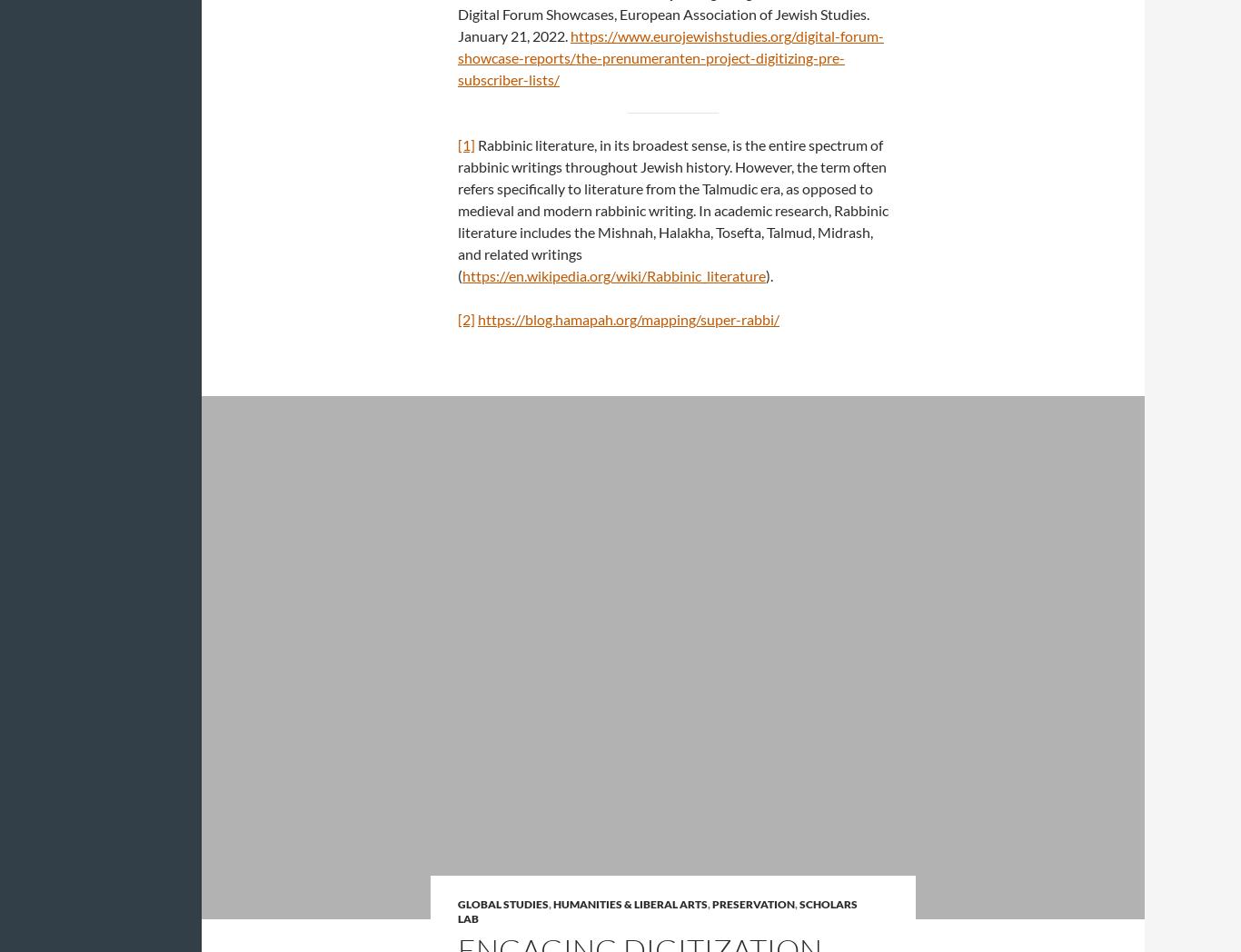 The image size is (1241, 952). Describe the element at coordinates (466, 144) in the screenshot. I see `'[1]'` at that location.